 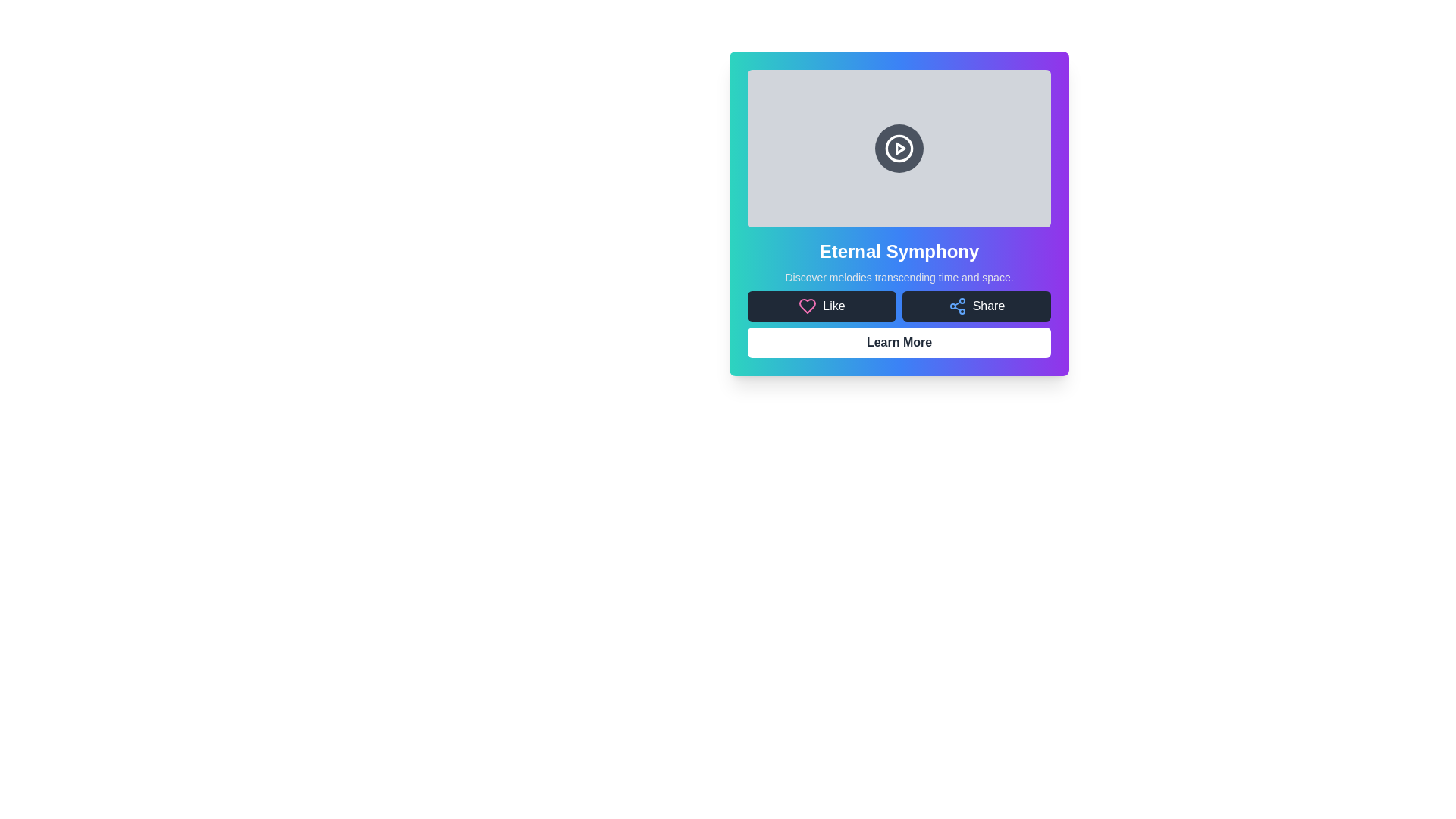 What do you see at coordinates (899, 149) in the screenshot?
I see `the interactive media area with a play button icon, which is located at the top of the card component above the title 'Eternal Symphony'` at bounding box center [899, 149].